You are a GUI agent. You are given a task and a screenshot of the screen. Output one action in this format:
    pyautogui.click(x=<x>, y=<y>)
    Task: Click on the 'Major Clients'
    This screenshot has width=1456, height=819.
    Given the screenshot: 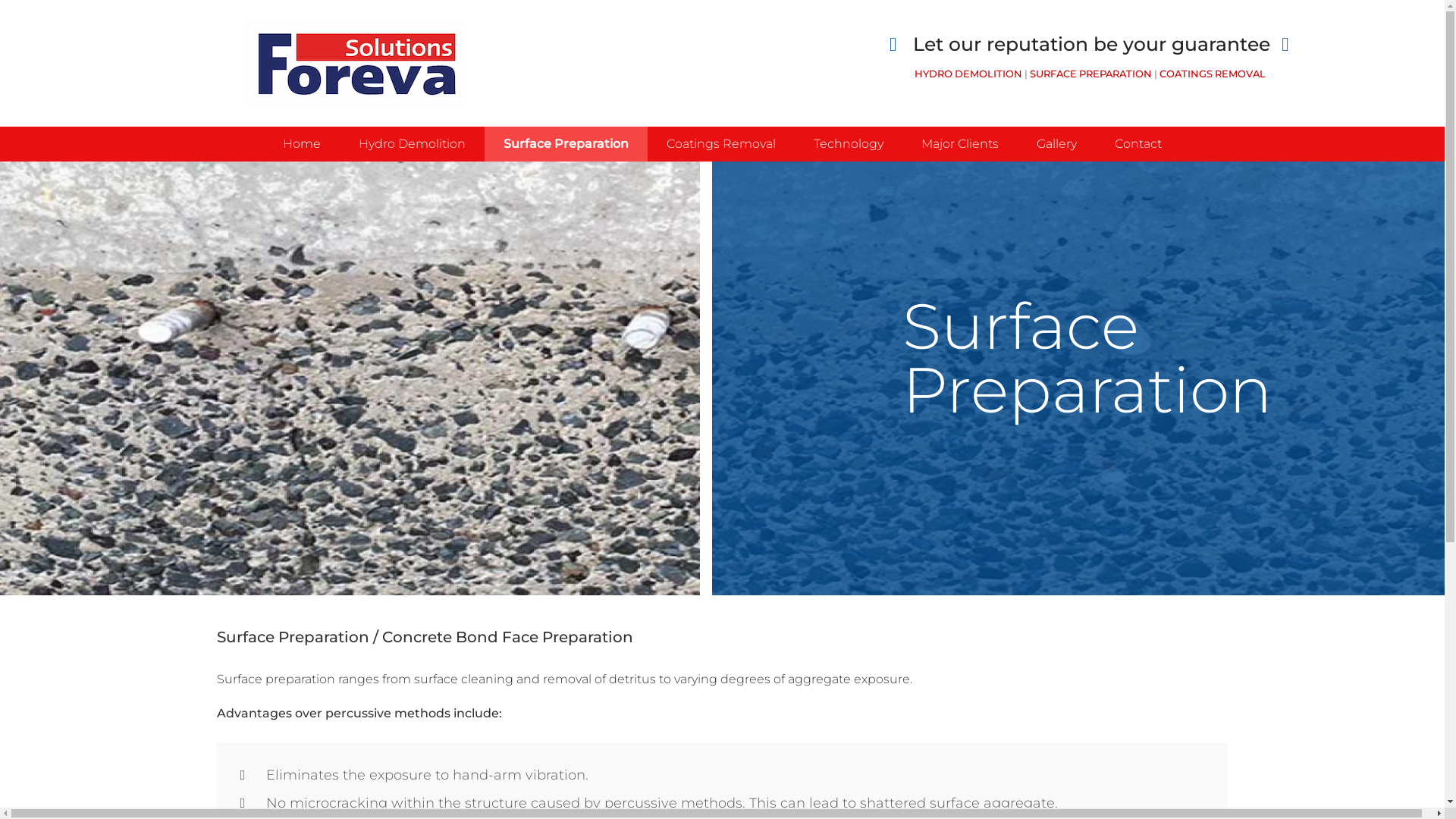 What is the action you would take?
    pyautogui.click(x=959, y=143)
    